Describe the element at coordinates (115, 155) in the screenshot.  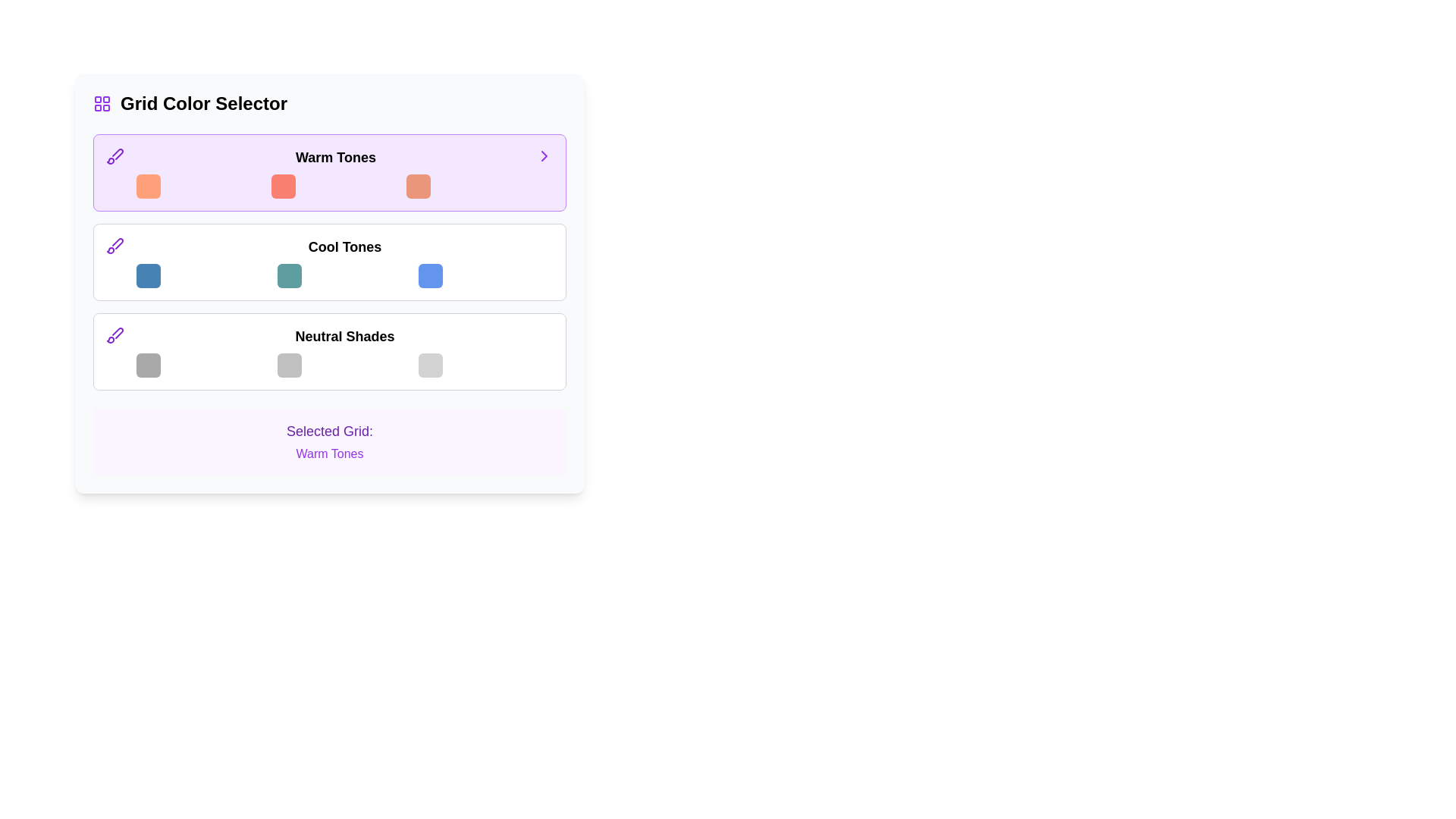
I see `the small purple brush icon located at the top-left corner of the 'Warm Tones' card, aligned with the text 'Warm Tones'` at that location.